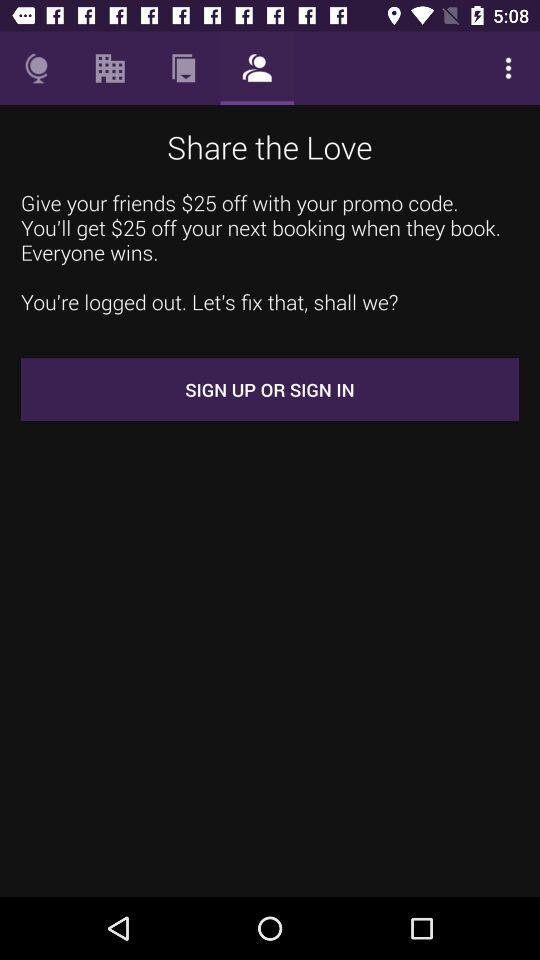 Image resolution: width=540 pixels, height=960 pixels. Describe the element at coordinates (257, 68) in the screenshot. I see `item above share the love` at that location.